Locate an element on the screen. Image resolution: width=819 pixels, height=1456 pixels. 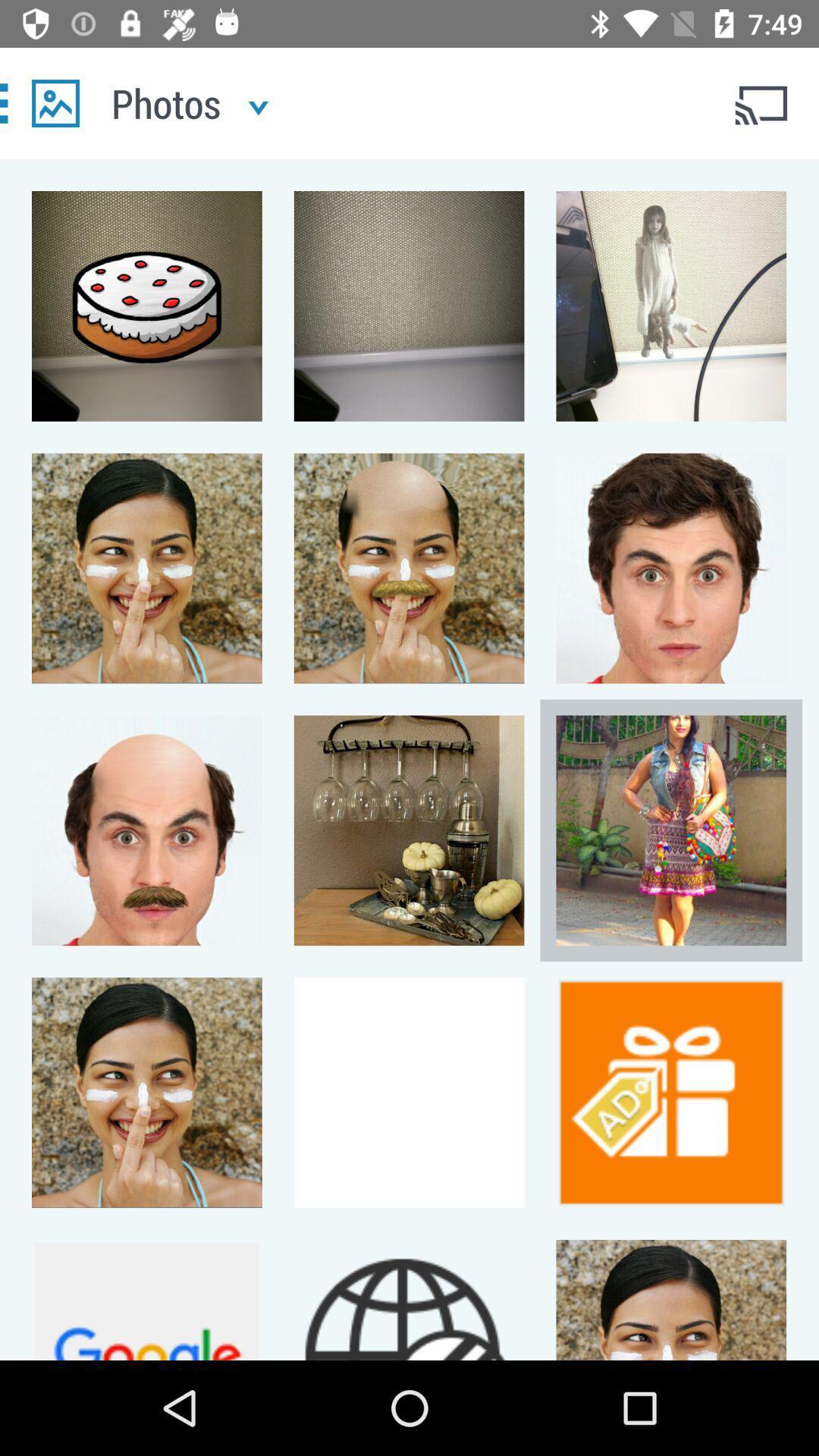
photos is located at coordinates (55, 102).